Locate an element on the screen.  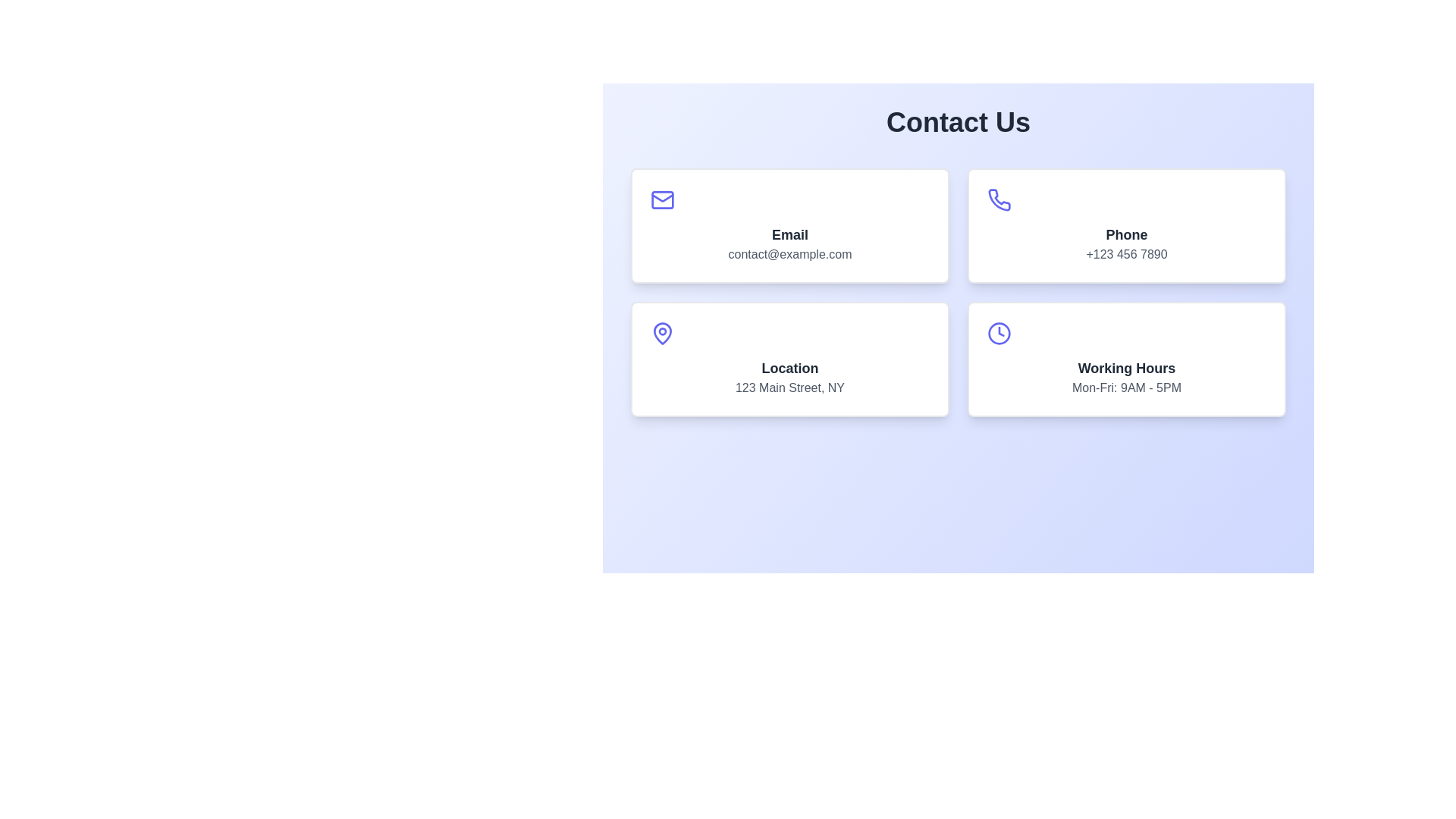
the static text label that identifies the email address, which is centrally aligned above the email information in the top-left tile of the grid layout is located at coordinates (789, 234).